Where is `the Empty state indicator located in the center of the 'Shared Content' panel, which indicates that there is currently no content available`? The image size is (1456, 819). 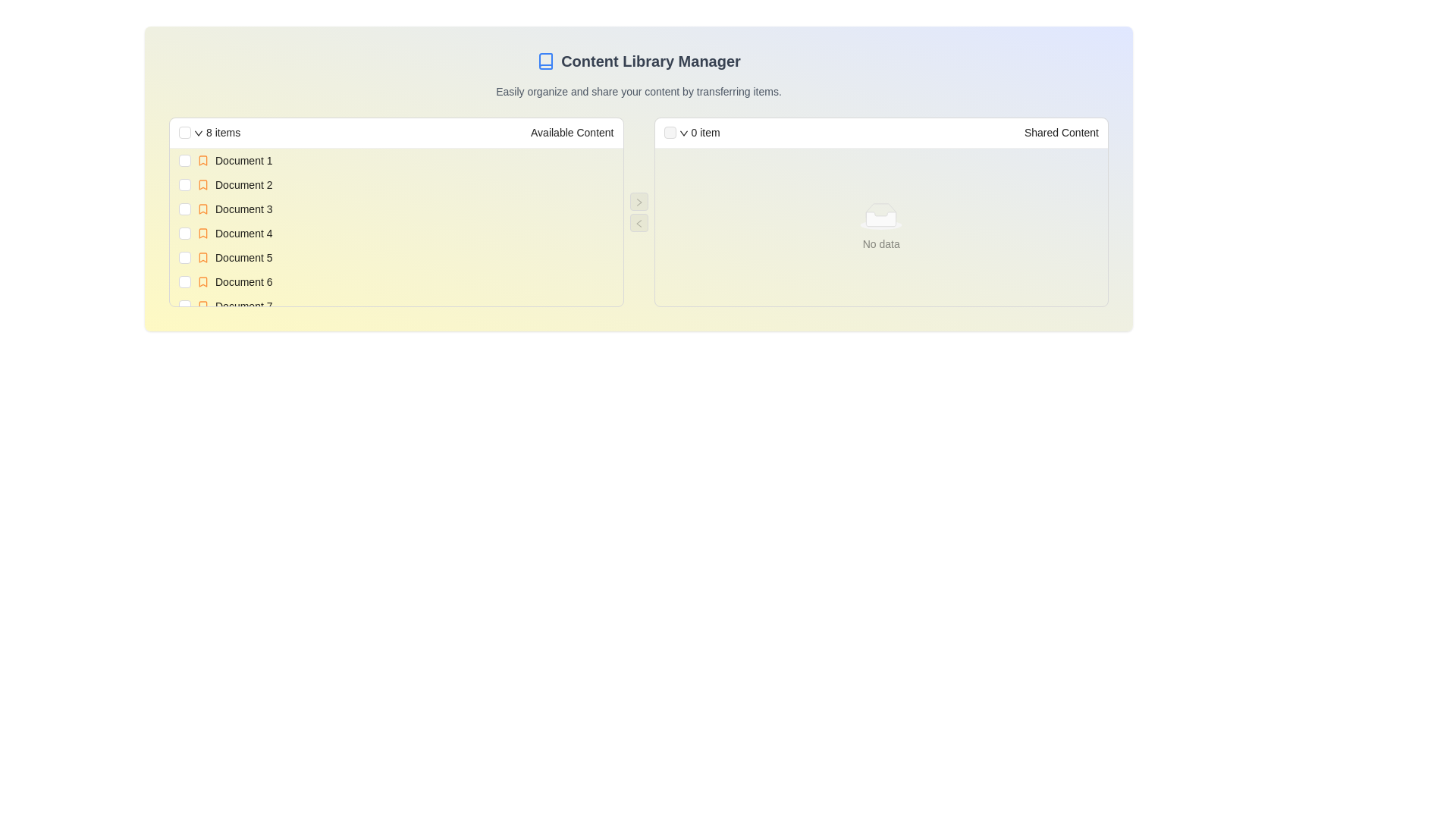
the Empty state indicator located in the center of the 'Shared Content' panel, which indicates that there is currently no content available is located at coordinates (881, 227).